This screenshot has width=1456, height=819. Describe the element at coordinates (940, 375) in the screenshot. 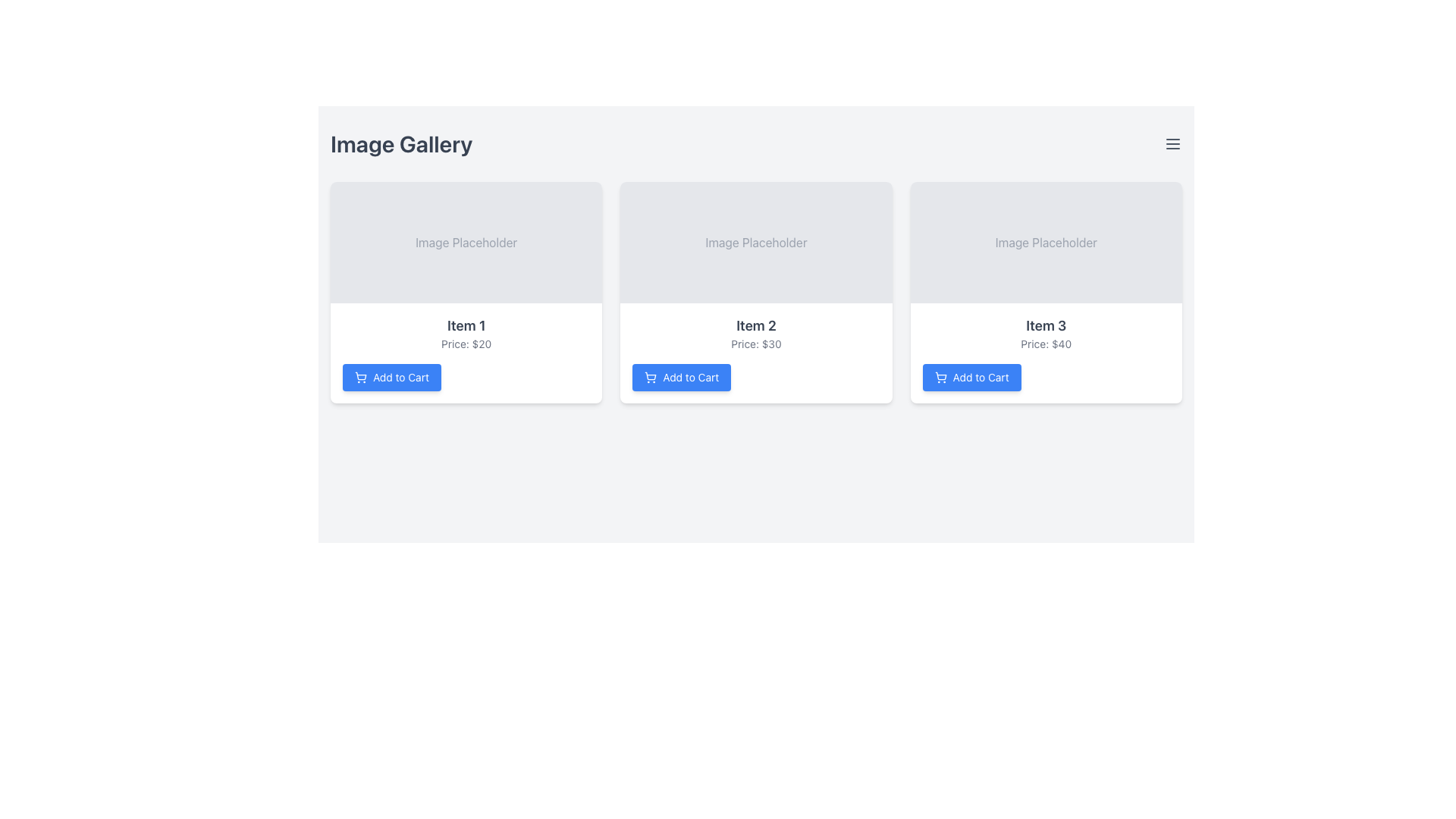

I see `the blue 'Add to Cart' button located within the third item card, which graphically represents adding an item to the shopping cart` at that location.